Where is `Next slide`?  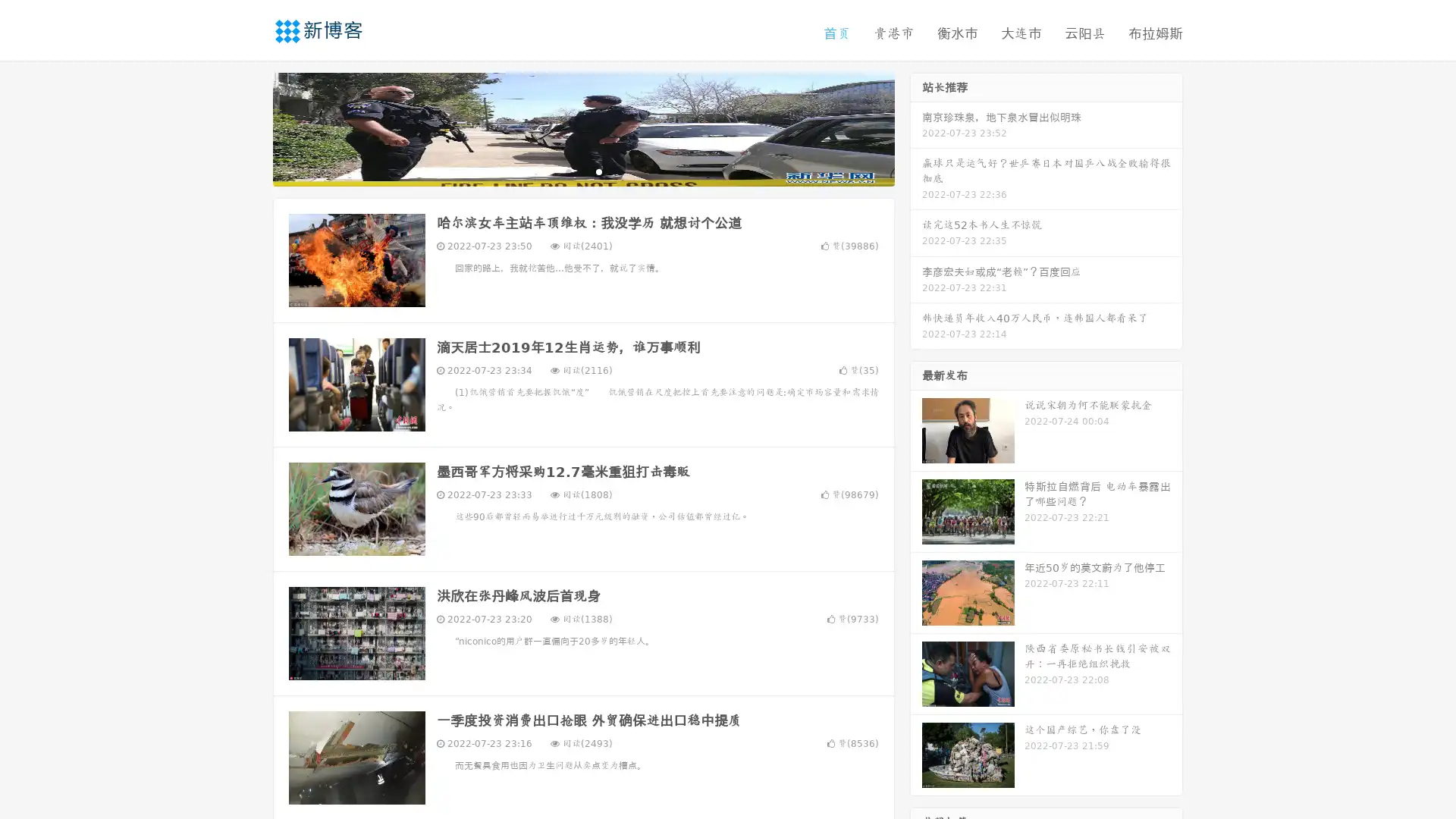 Next slide is located at coordinates (916, 127).